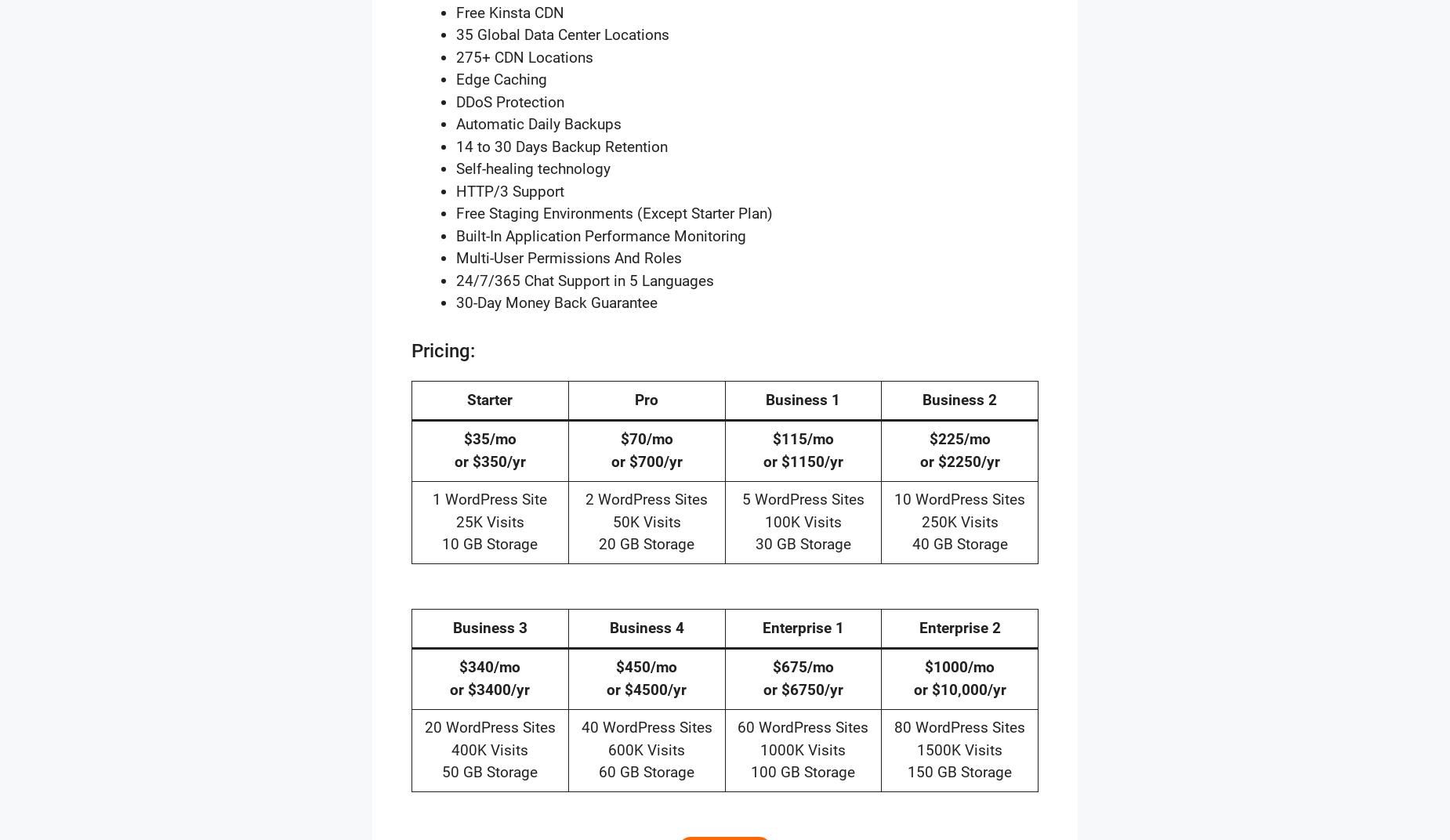 The image size is (1450, 840). Describe the element at coordinates (760, 627) in the screenshot. I see `'Enterprise 1'` at that location.